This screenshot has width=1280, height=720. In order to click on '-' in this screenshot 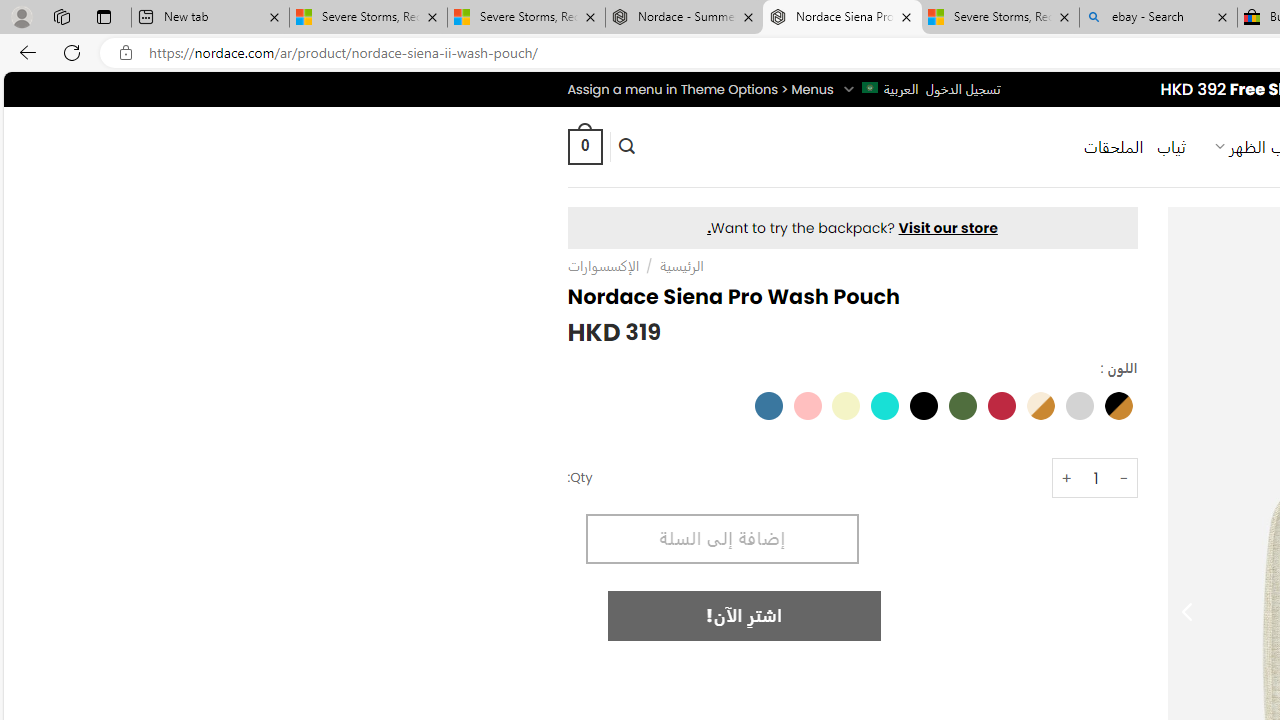, I will do `click(1124, 478)`.